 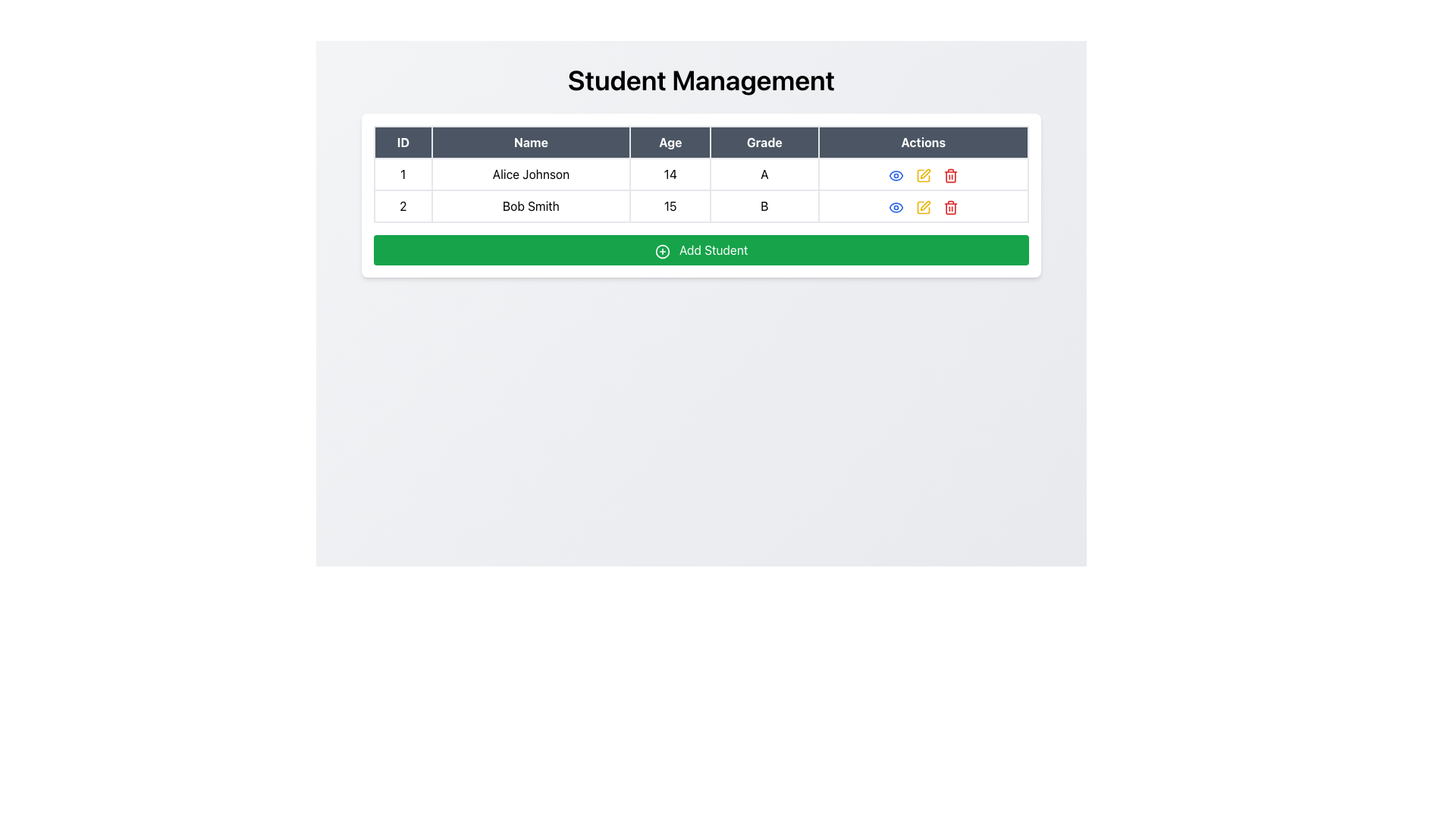 I want to click on the Text label displaying the age of a student, located in the first row and third column of the table, between 'Alice Johnson' and 'A', so click(x=670, y=174).